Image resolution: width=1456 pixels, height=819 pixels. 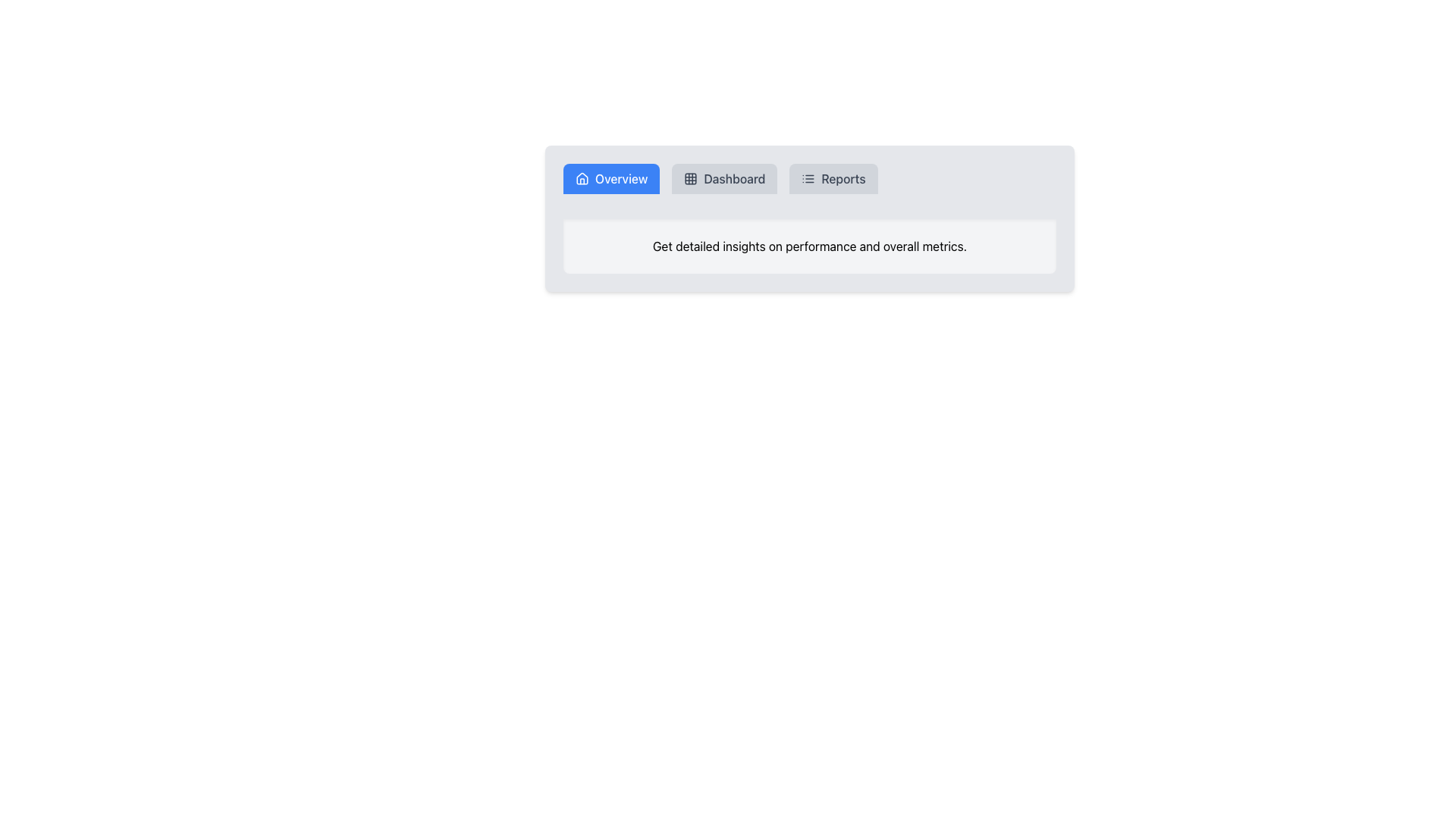 I want to click on the 'Overview' button, the first button in a horizontal list of three buttons located in the upper part of the page, so click(x=611, y=177).